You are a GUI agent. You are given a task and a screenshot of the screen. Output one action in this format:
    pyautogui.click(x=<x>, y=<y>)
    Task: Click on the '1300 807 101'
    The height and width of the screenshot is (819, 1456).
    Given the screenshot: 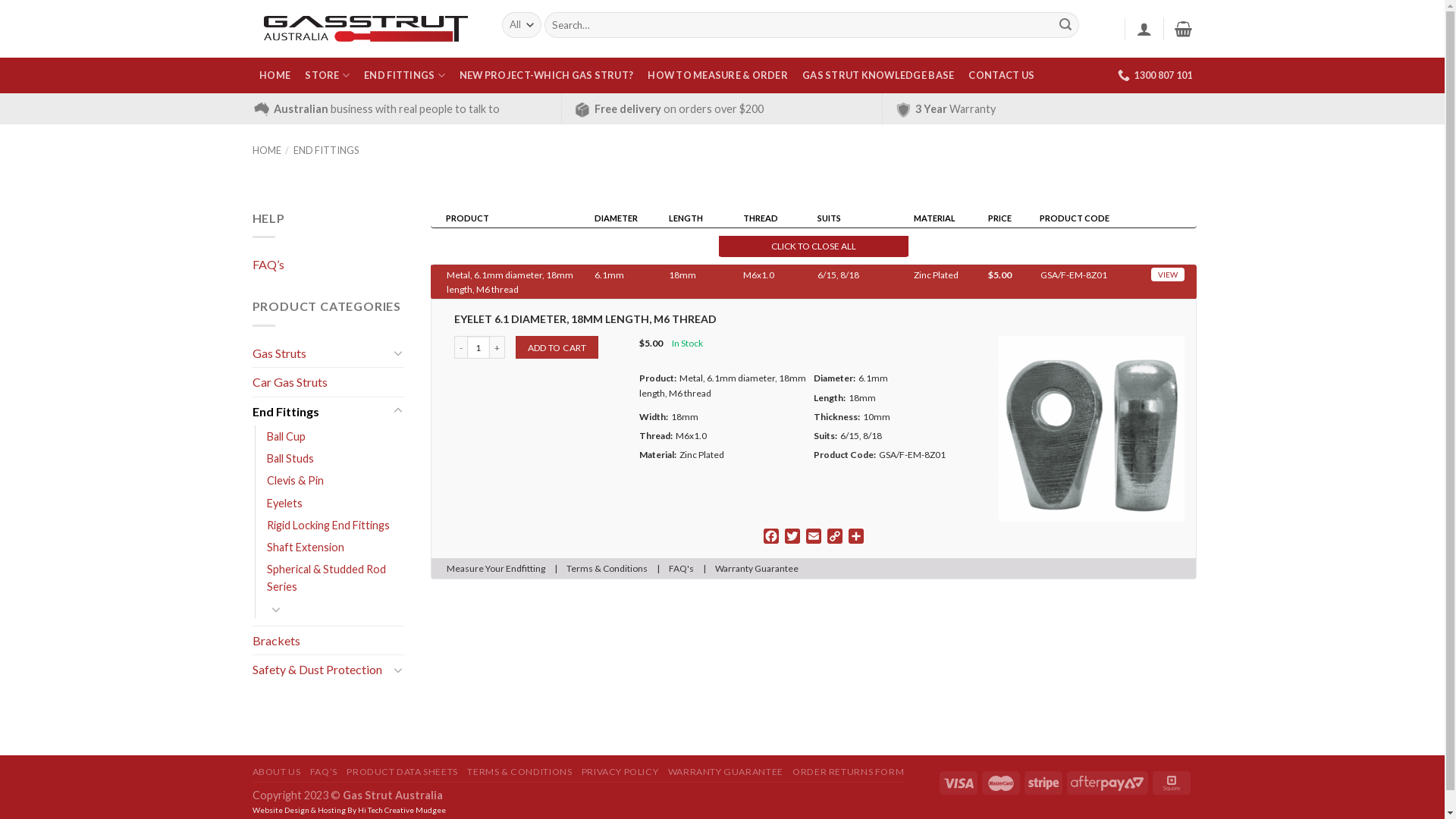 What is the action you would take?
    pyautogui.click(x=1153, y=75)
    